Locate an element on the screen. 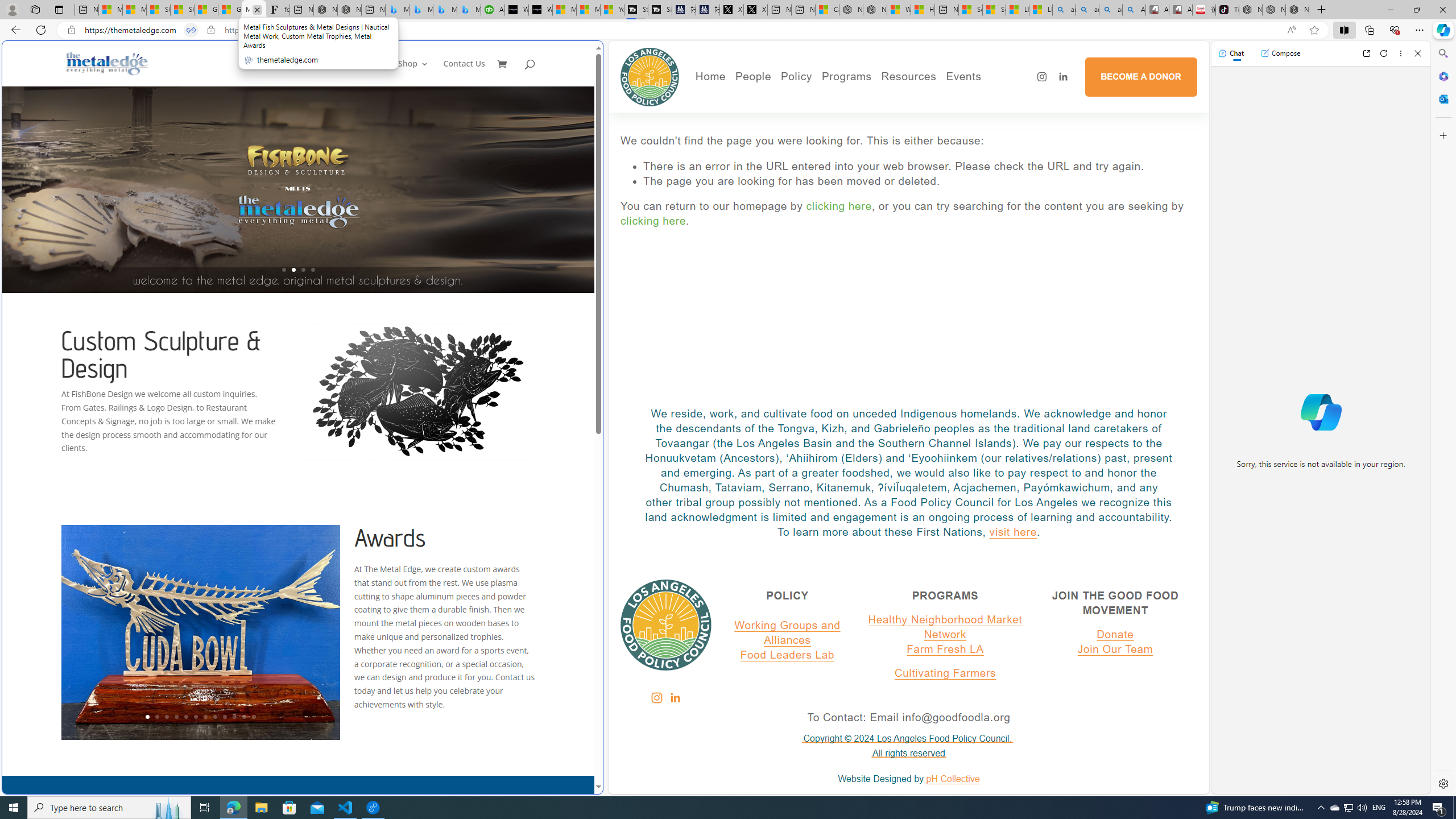 This screenshot has height=819, width=1456. 'Close' is located at coordinates (1417, 53).